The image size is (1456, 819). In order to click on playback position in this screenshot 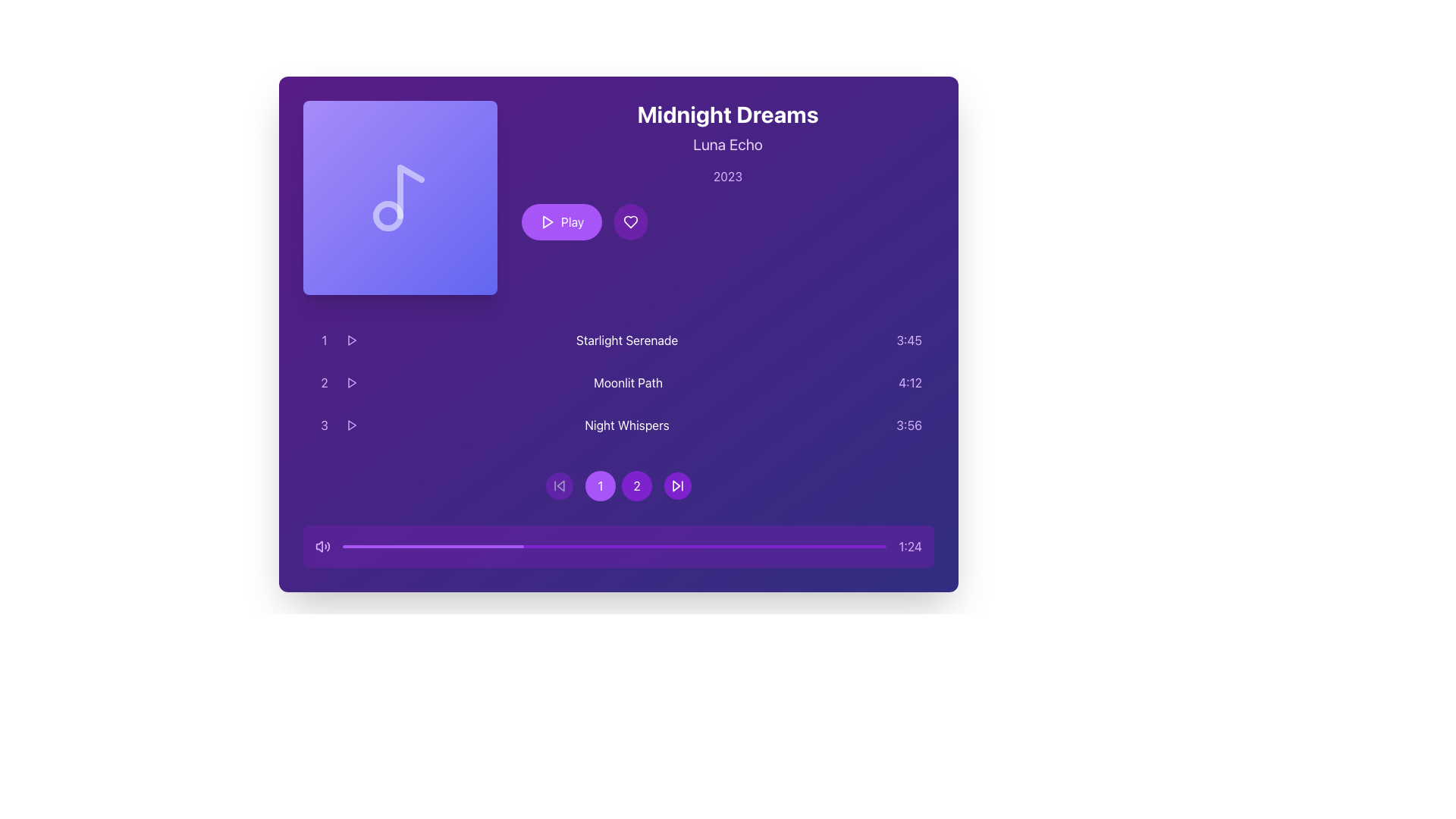, I will do `click(799, 547)`.